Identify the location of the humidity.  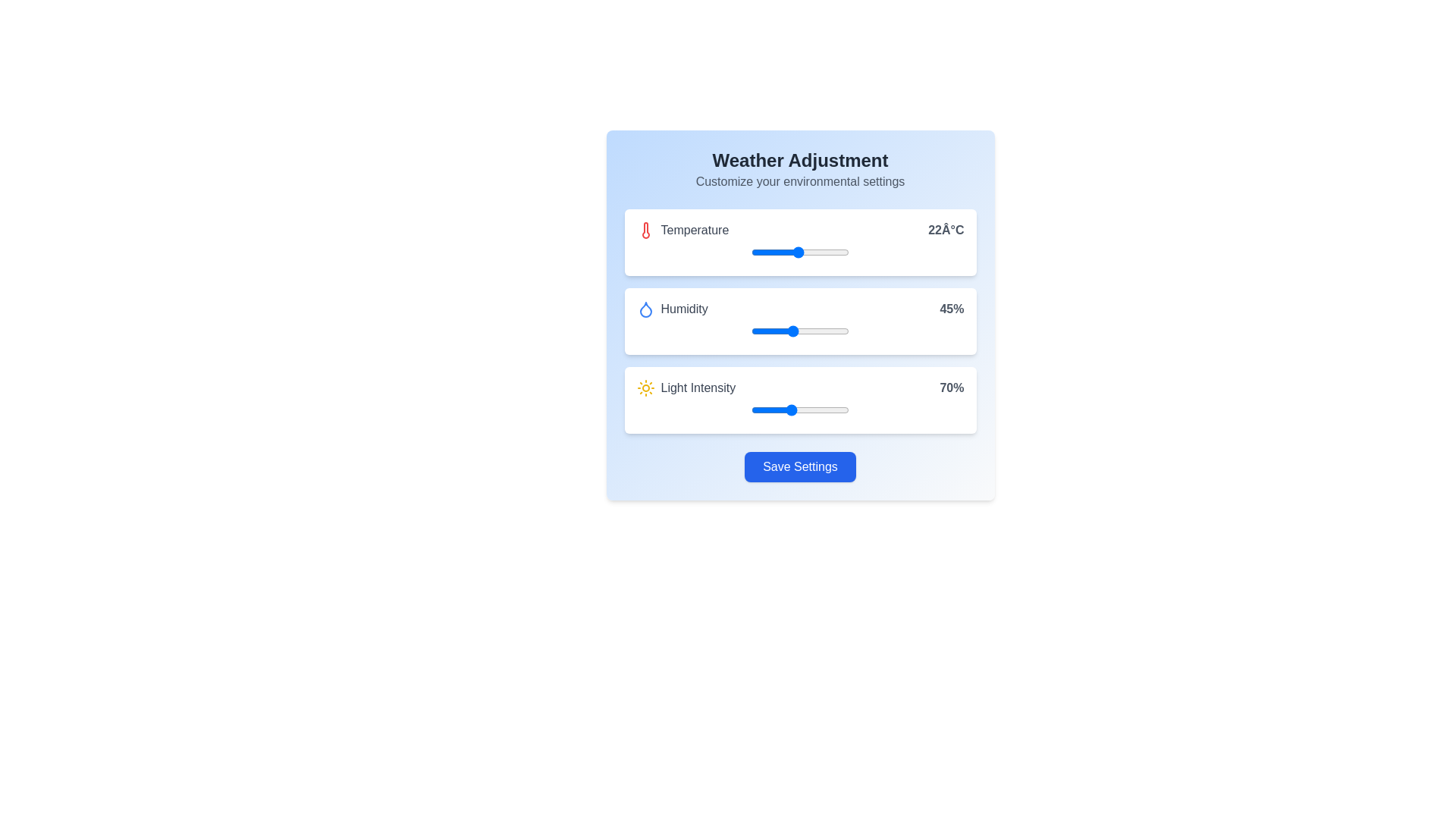
(830, 330).